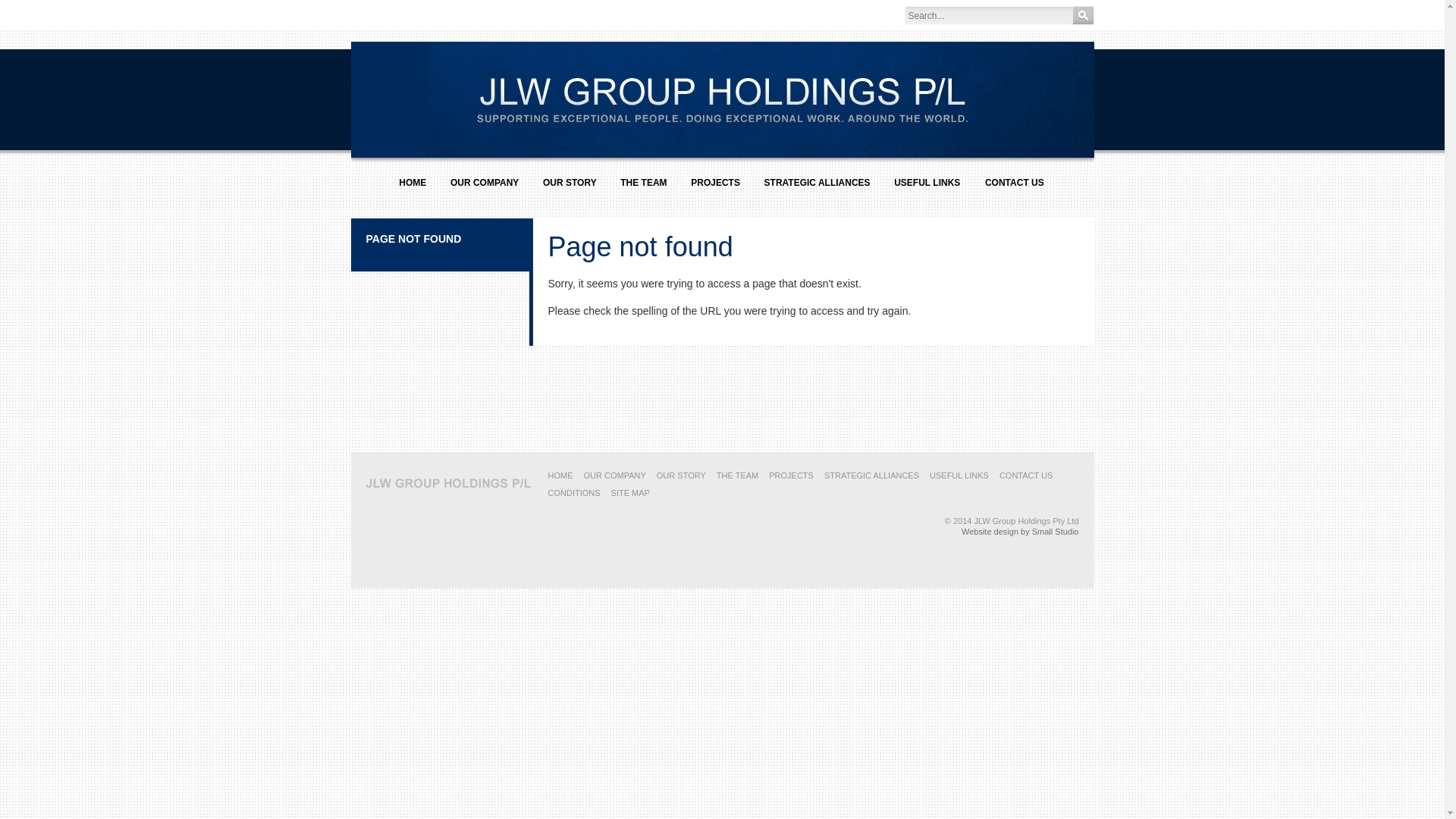  Describe the element at coordinates (928, 475) in the screenshot. I see `'USEFUL LINKS'` at that location.